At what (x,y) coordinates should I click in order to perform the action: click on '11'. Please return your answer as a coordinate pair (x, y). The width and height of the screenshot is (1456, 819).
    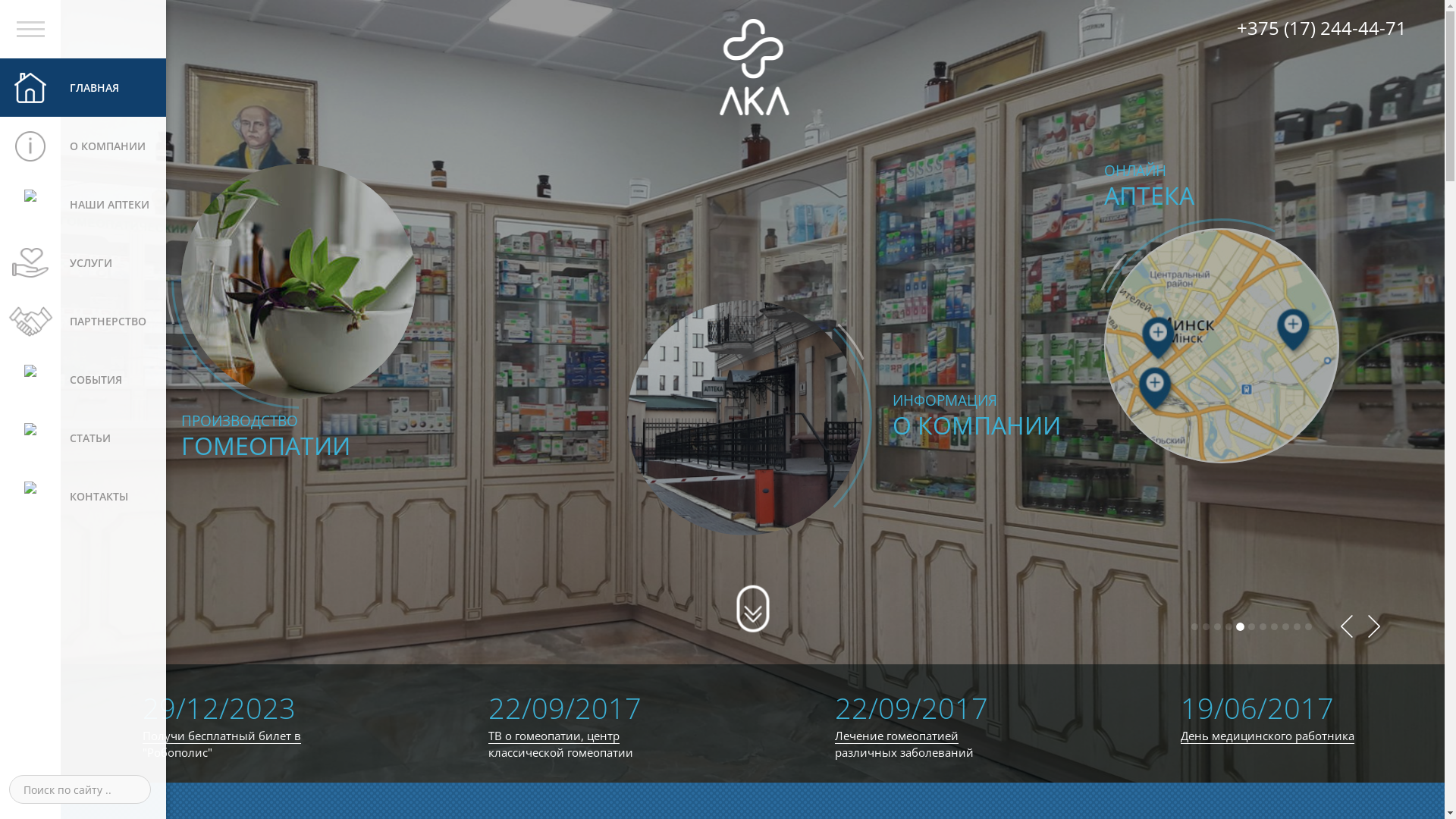
    Looking at the image, I should click on (1307, 626).